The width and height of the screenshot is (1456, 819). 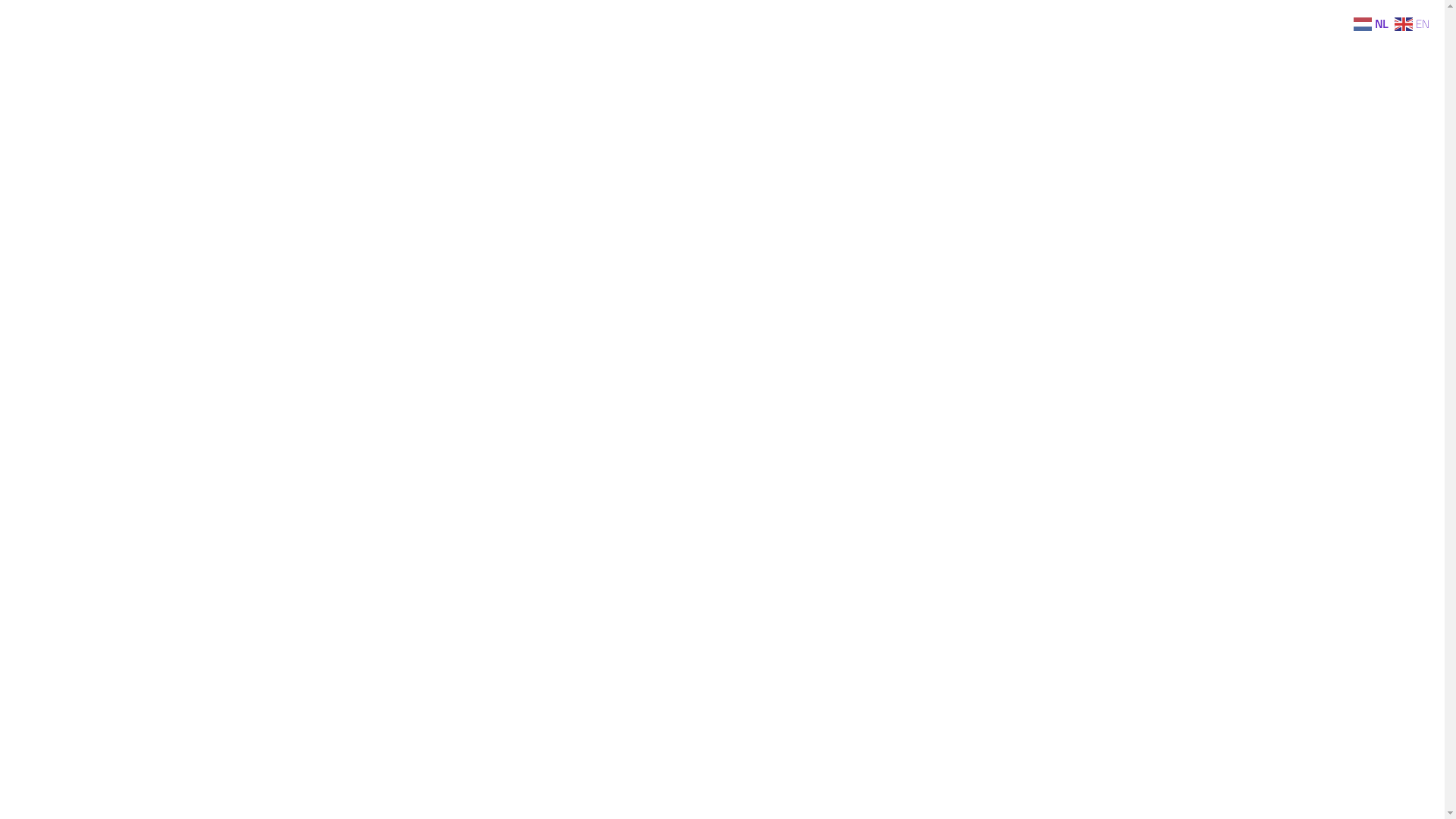 I want to click on 'EN', so click(x=1394, y=22).